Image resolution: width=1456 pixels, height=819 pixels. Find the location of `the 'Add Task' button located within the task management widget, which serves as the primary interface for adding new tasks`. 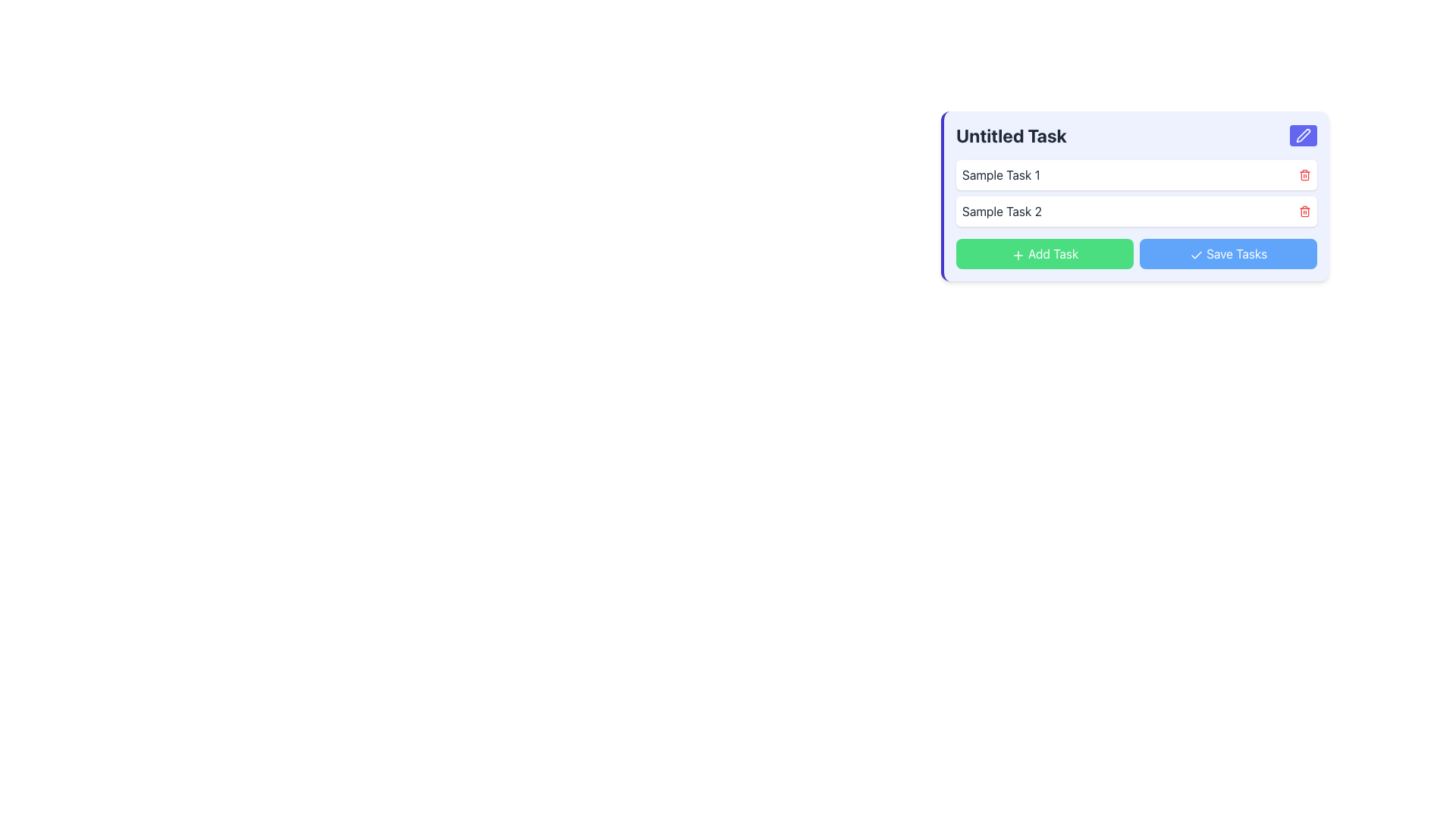

the 'Add Task' button located within the task management widget, which serves as the primary interface for adding new tasks is located at coordinates (1135, 286).